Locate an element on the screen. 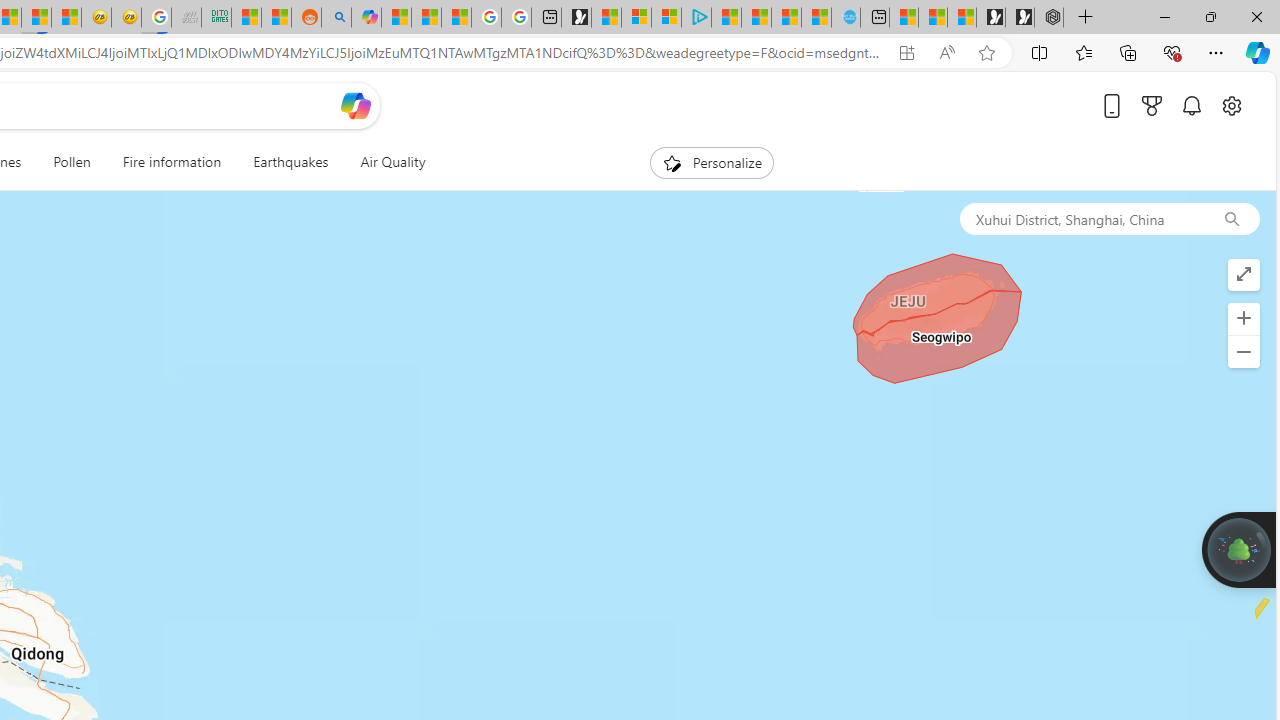 Image resolution: width=1280 pixels, height=720 pixels. 'Xuhui District, Shanghai, China' is located at coordinates (1080, 218).